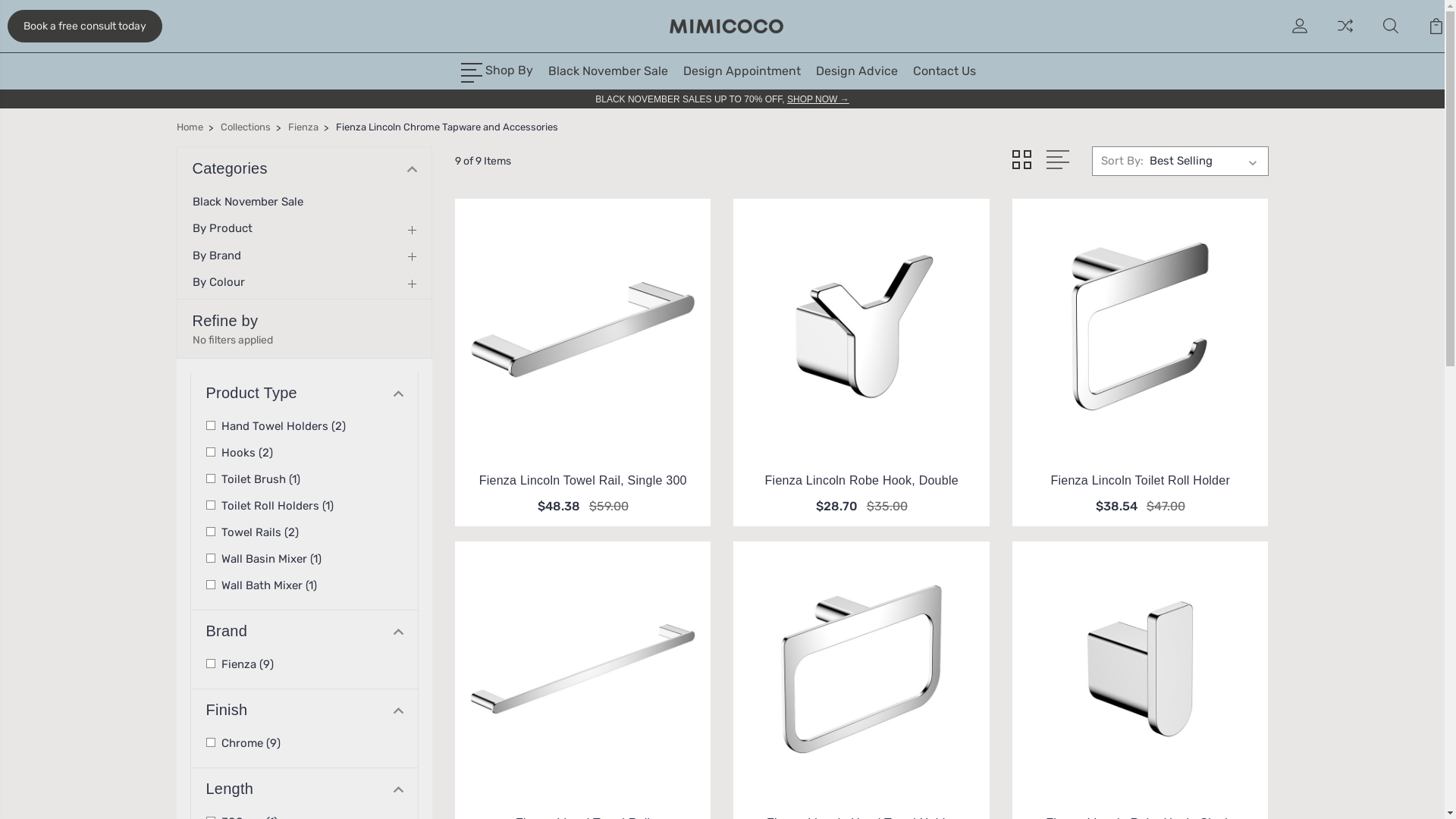 Image resolution: width=1456 pixels, height=819 pixels. Describe the element at coordinates (856, 71) in the screenshot. I see `'Design Advice'` at that location.